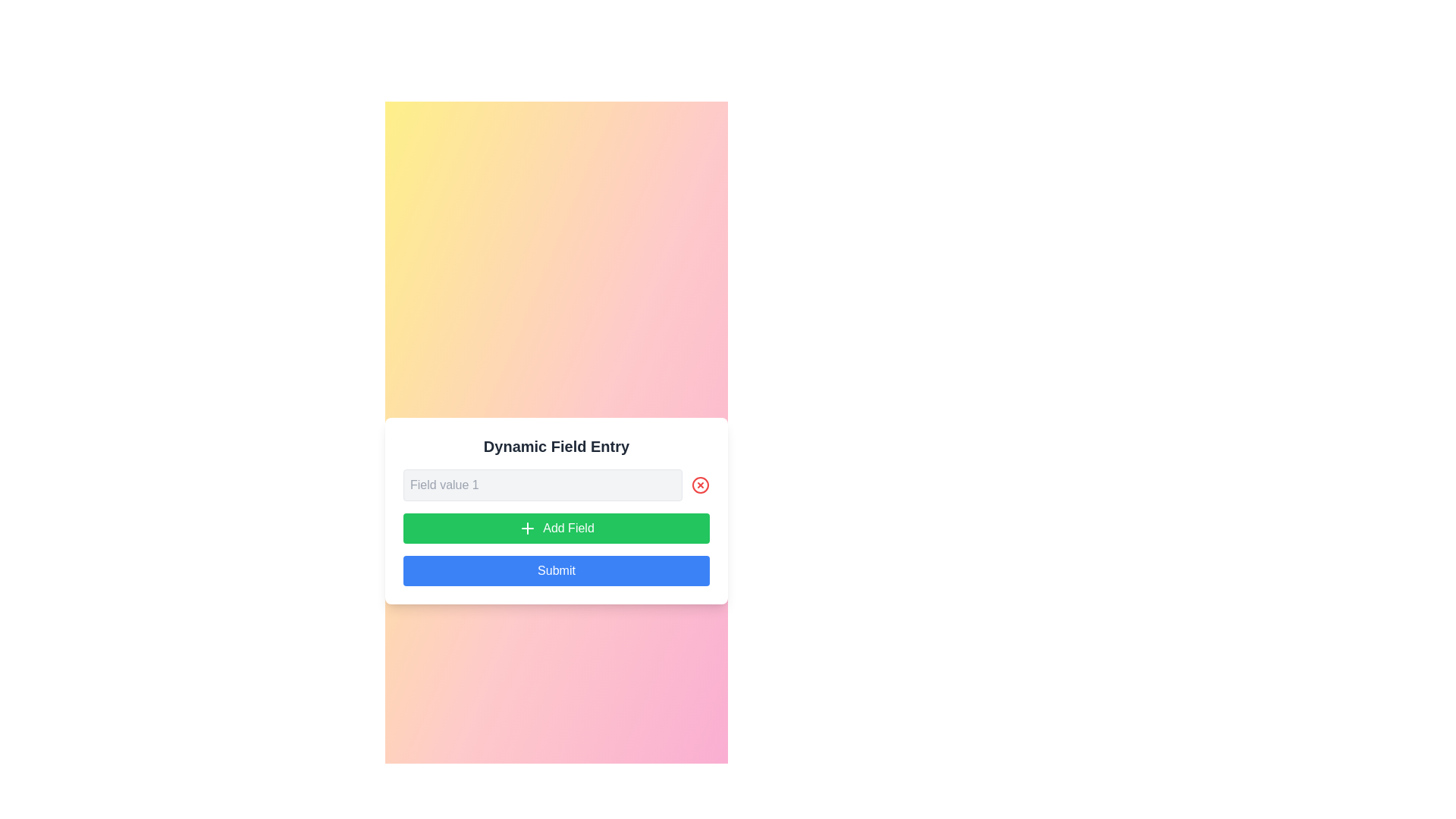 This screenshot has height=819, width=1456. I want to click on the close or delete button located to the right of the 'Field value 1' input field, so click(700, 485).